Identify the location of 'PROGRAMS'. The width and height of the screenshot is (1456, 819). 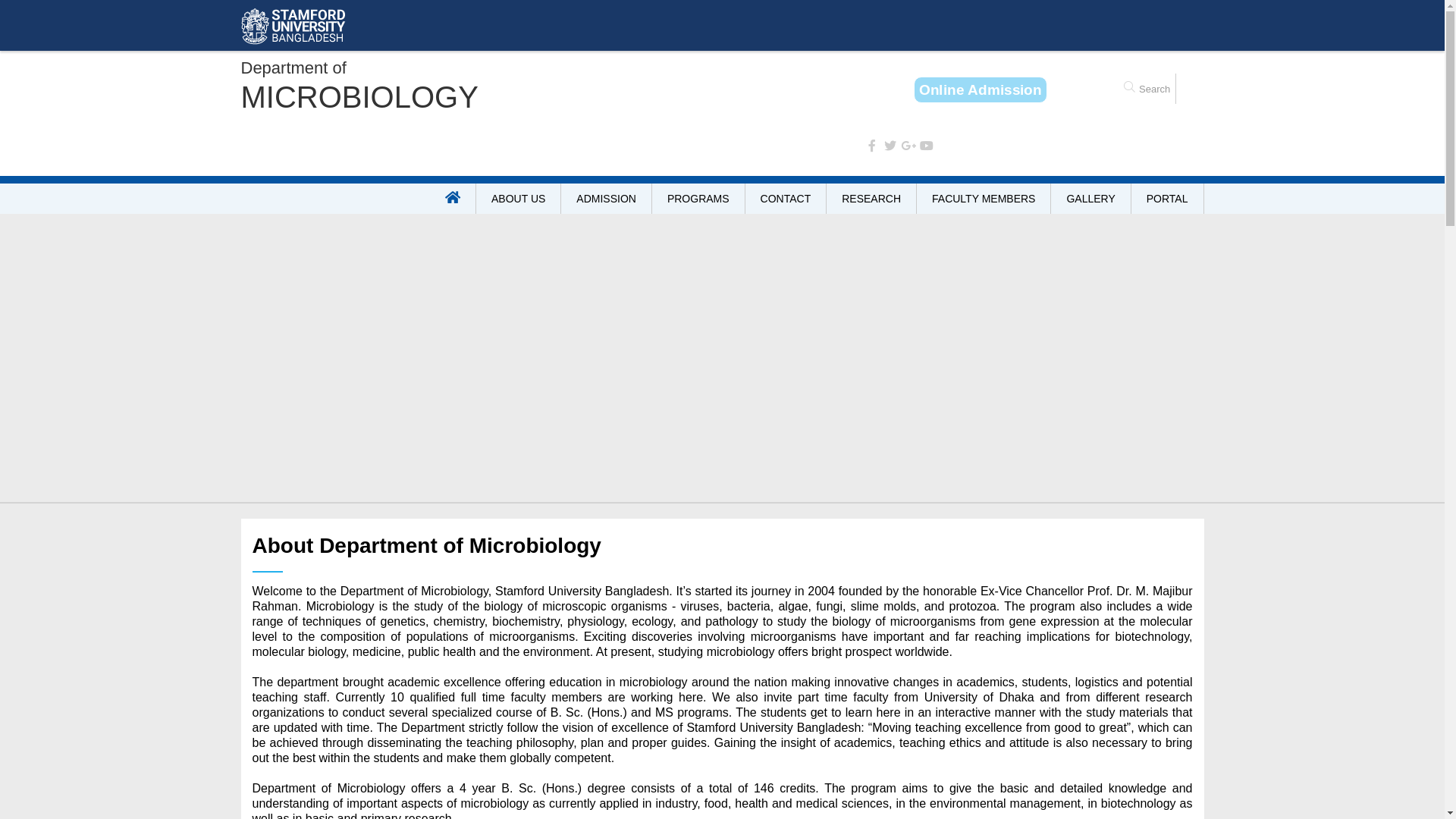
(651, 198).